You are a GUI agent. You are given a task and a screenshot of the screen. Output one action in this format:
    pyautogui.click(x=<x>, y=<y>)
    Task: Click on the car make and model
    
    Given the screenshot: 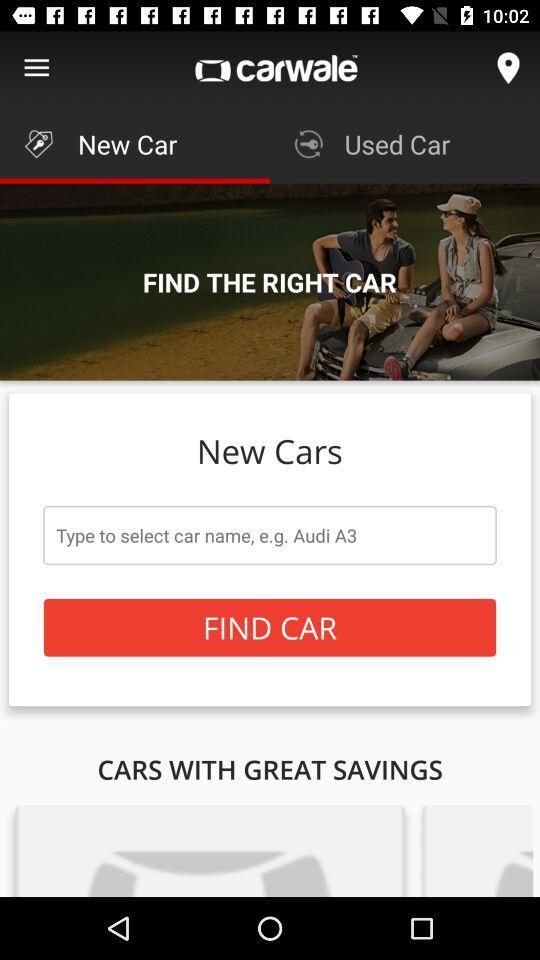 What is the action you would take?
    pyautogui.click(x=270, y=534)
    